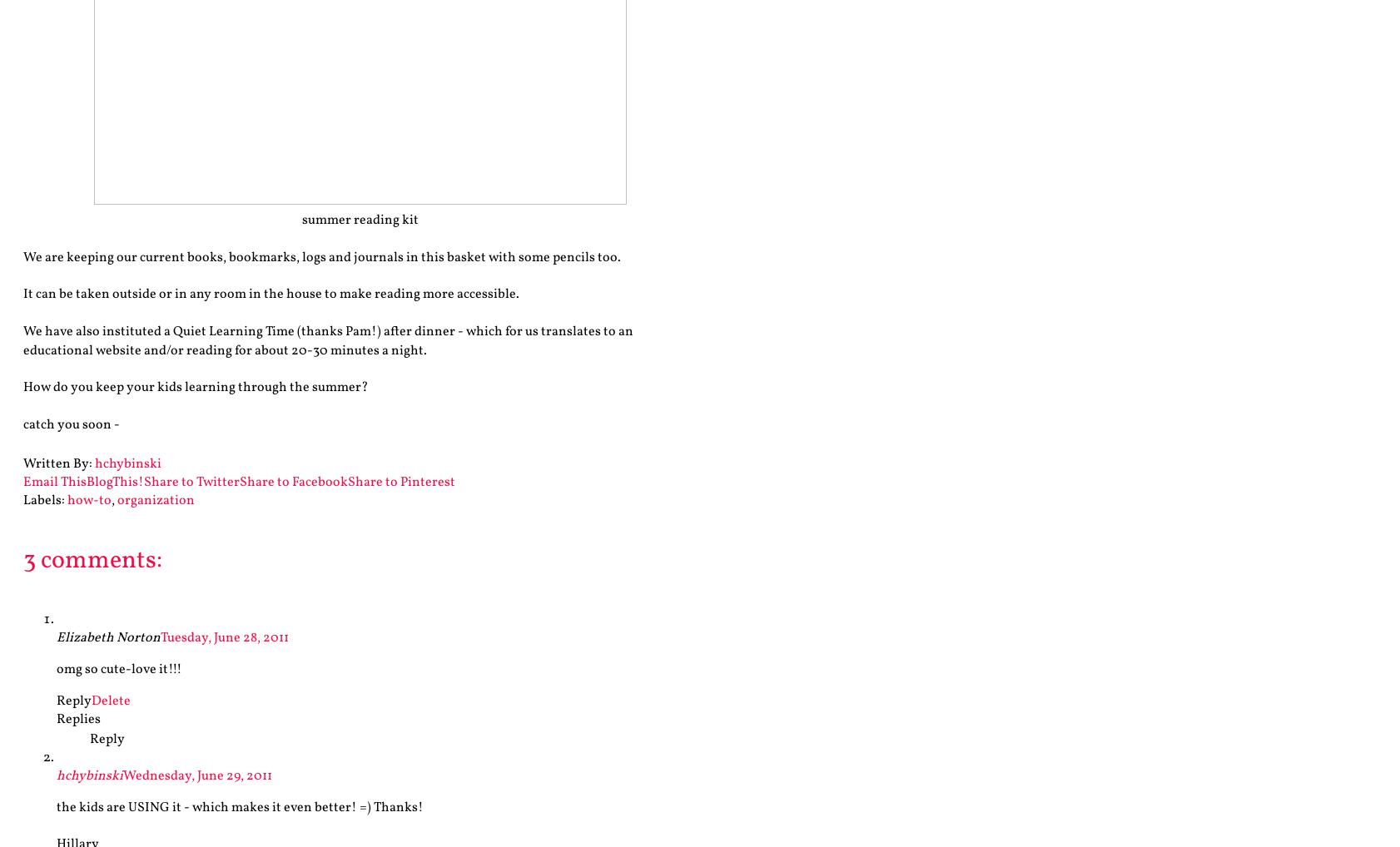 The height and width of the screenshot is (847, 1400). What do you see at coordinates (155, 500) in the screenshot?
I see `'organization'` at bounding box center [155, 500].